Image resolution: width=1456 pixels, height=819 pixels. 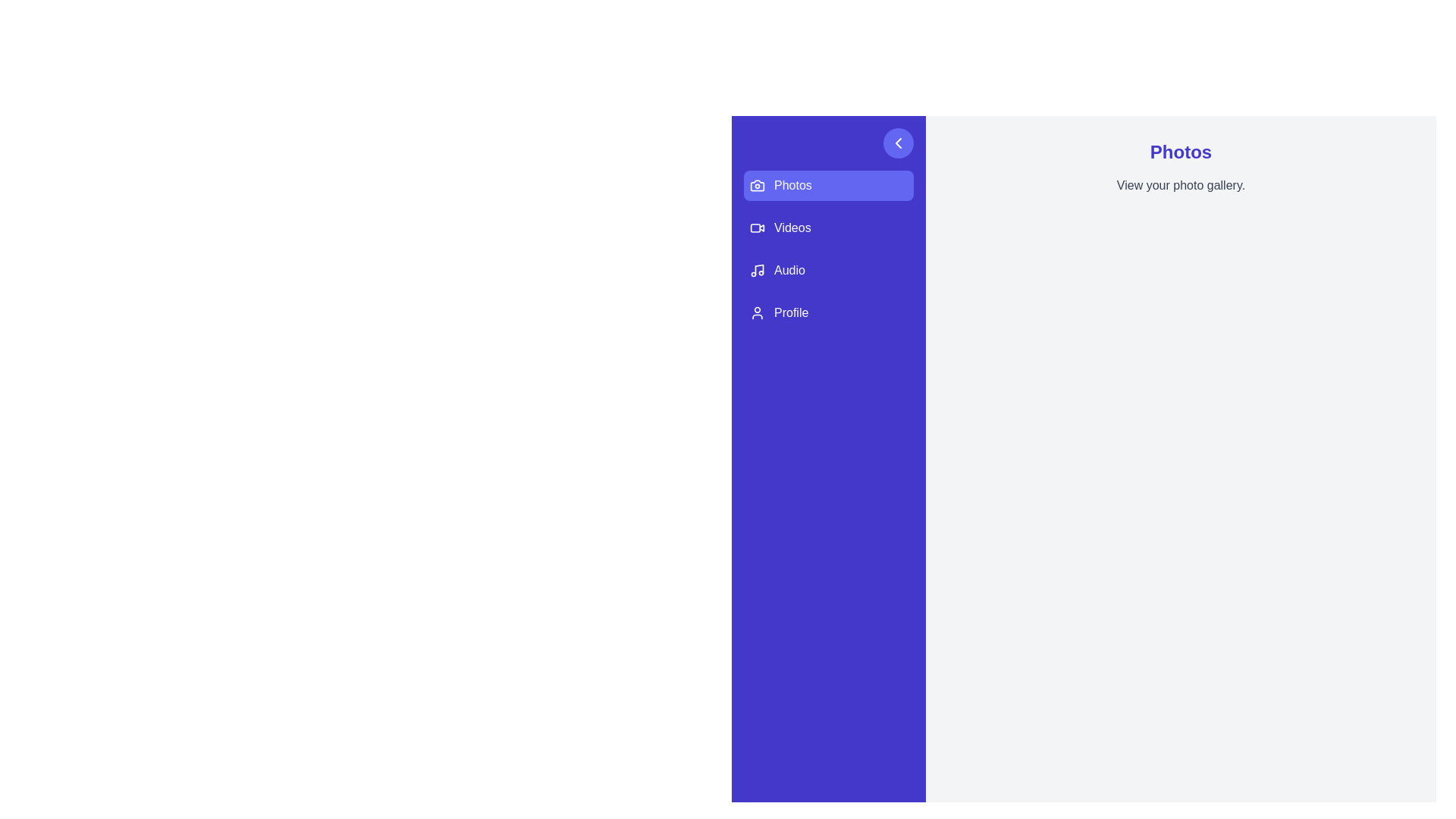 What do you see at coordinates (757, 227) in the screenshot?
I see `the 'Videos' menu item icon located in the vertical sidebar menu, positioned second from the top below the 'Photos' menu item` at bounding box center [757, 227].